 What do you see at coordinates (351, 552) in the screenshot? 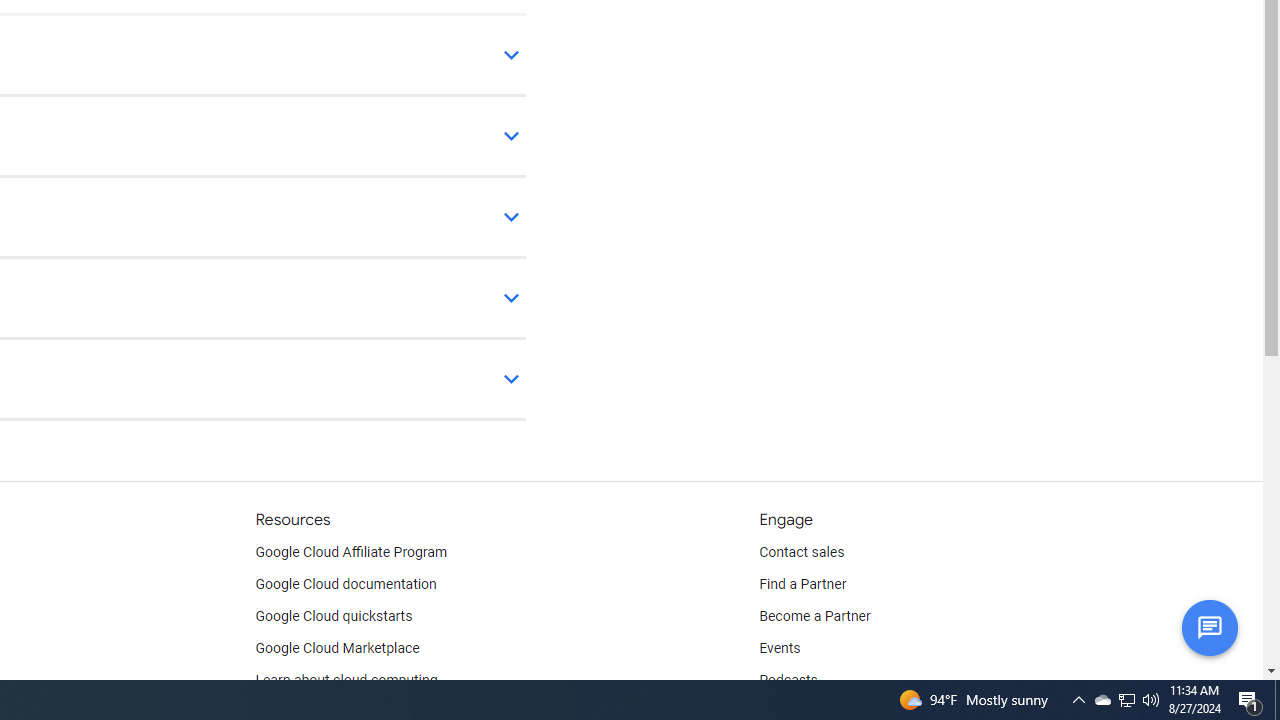
I see `'Google Cloud Affiliate Program'` at bounding box center [351, 552].